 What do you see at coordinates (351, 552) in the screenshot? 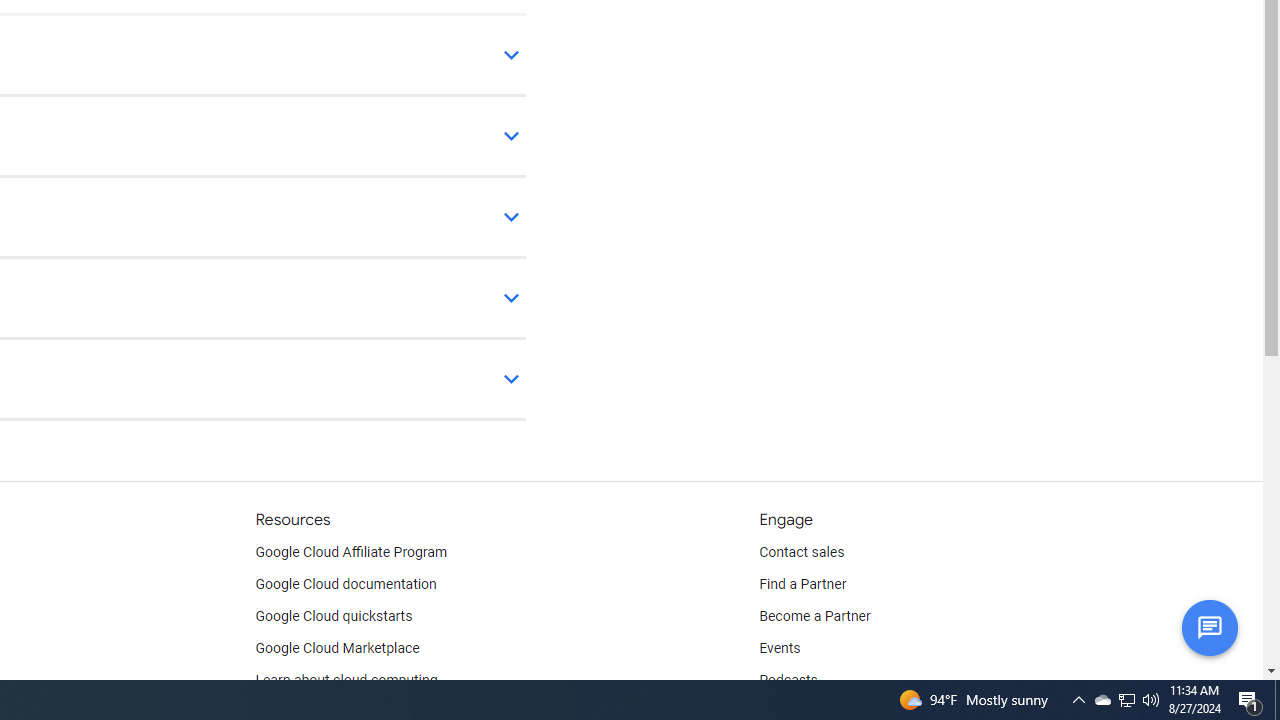
I see `'Google Cloud Affiliate Program'` at bounding box center [351, 552].